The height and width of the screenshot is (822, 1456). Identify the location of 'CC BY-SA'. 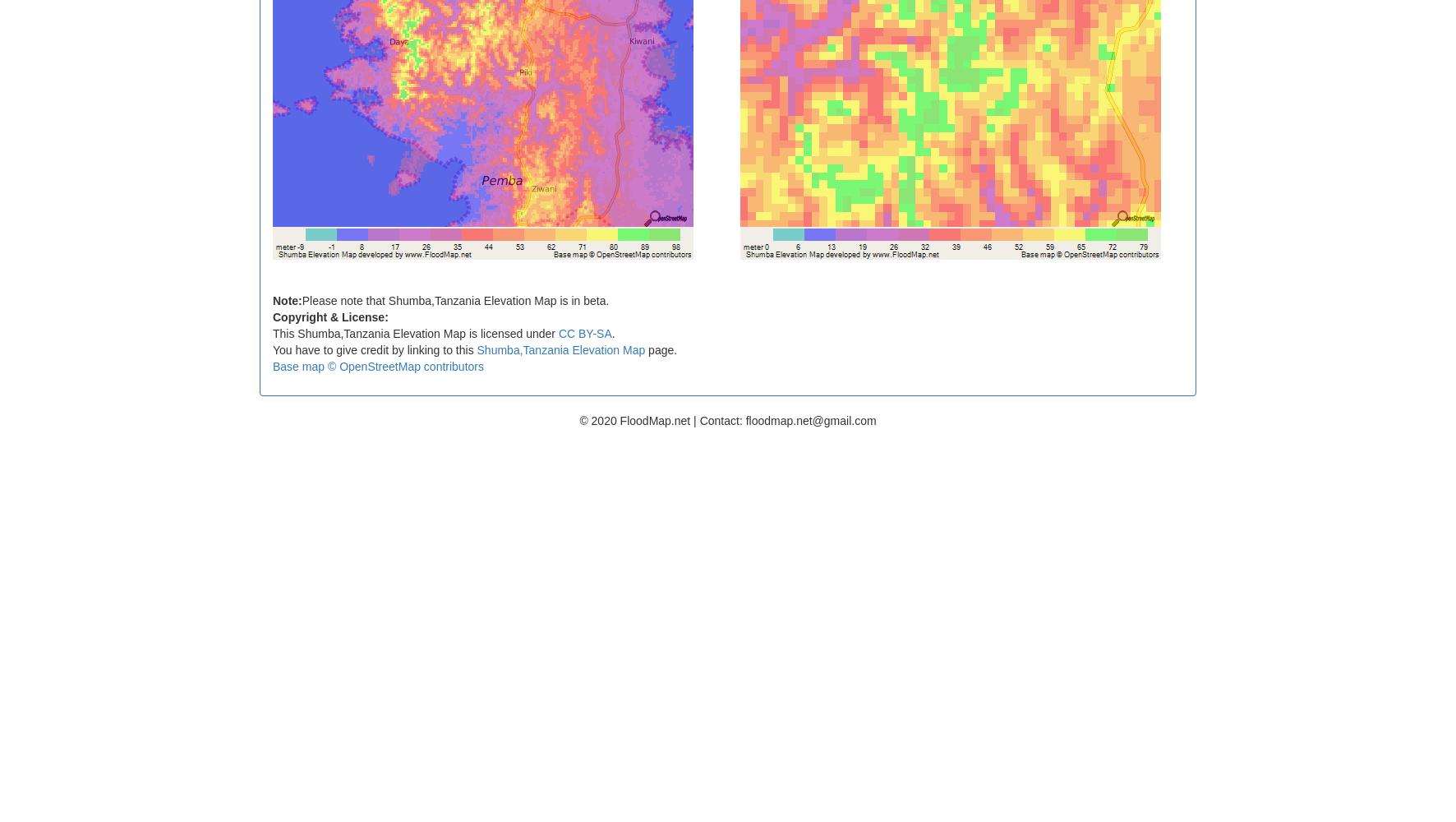
(557, 333).